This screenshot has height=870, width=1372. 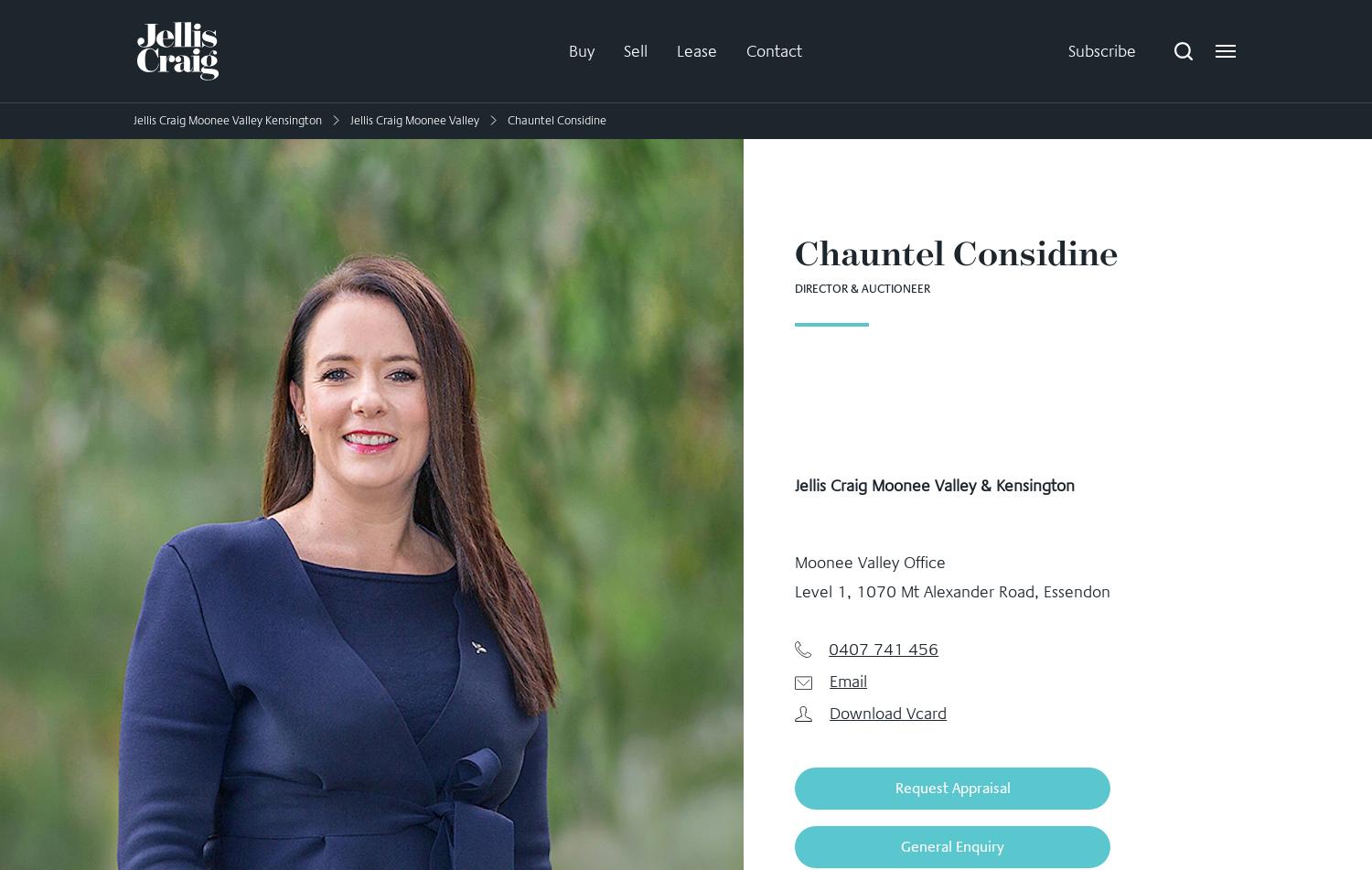 I want to click on 'Email', so click(x=848, y=681).